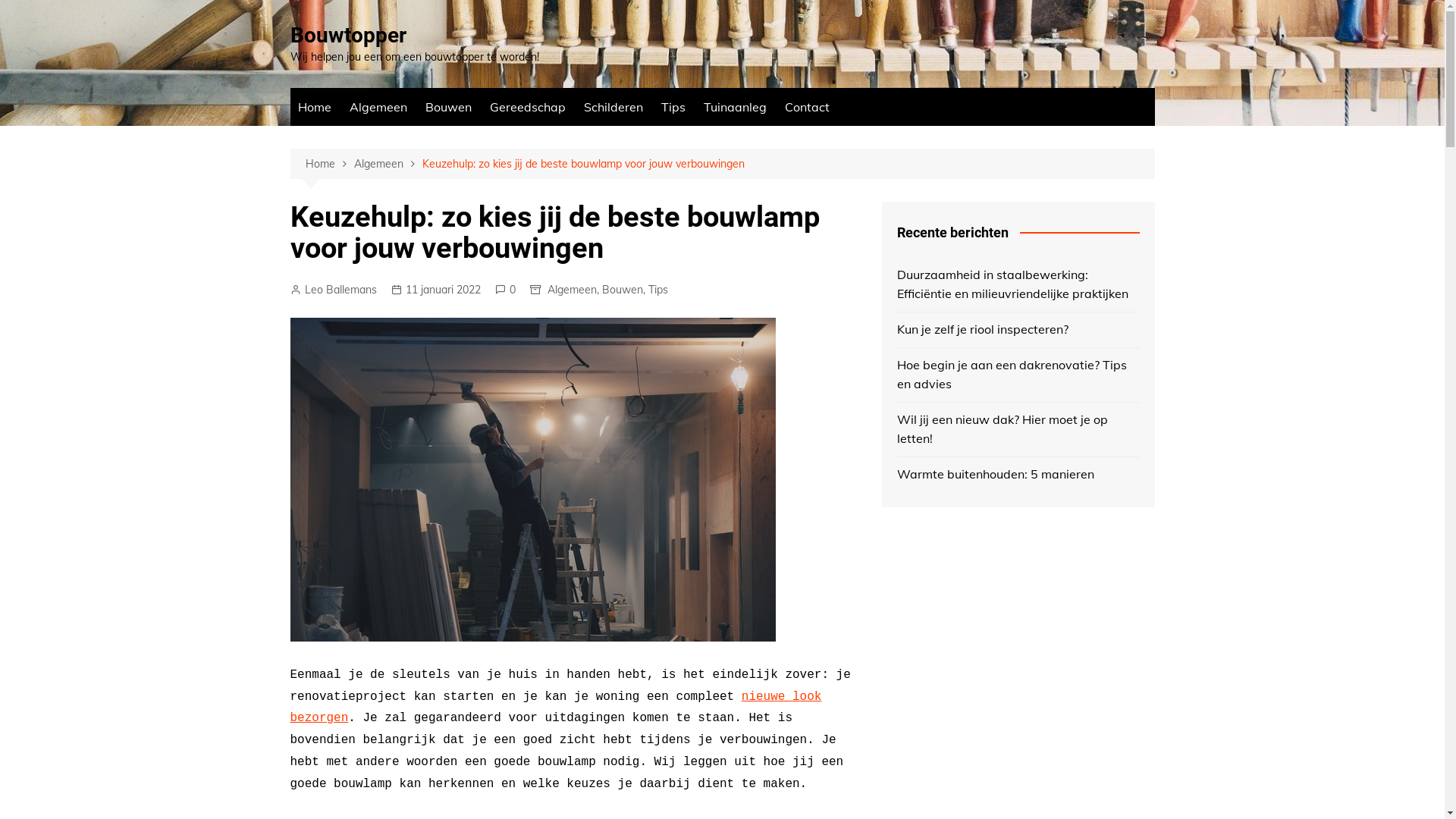 The image size is (1456, 819). I want to click on 'Wil jij een nieuw dak? Hier moet je op letten!', so click(1018, 429).